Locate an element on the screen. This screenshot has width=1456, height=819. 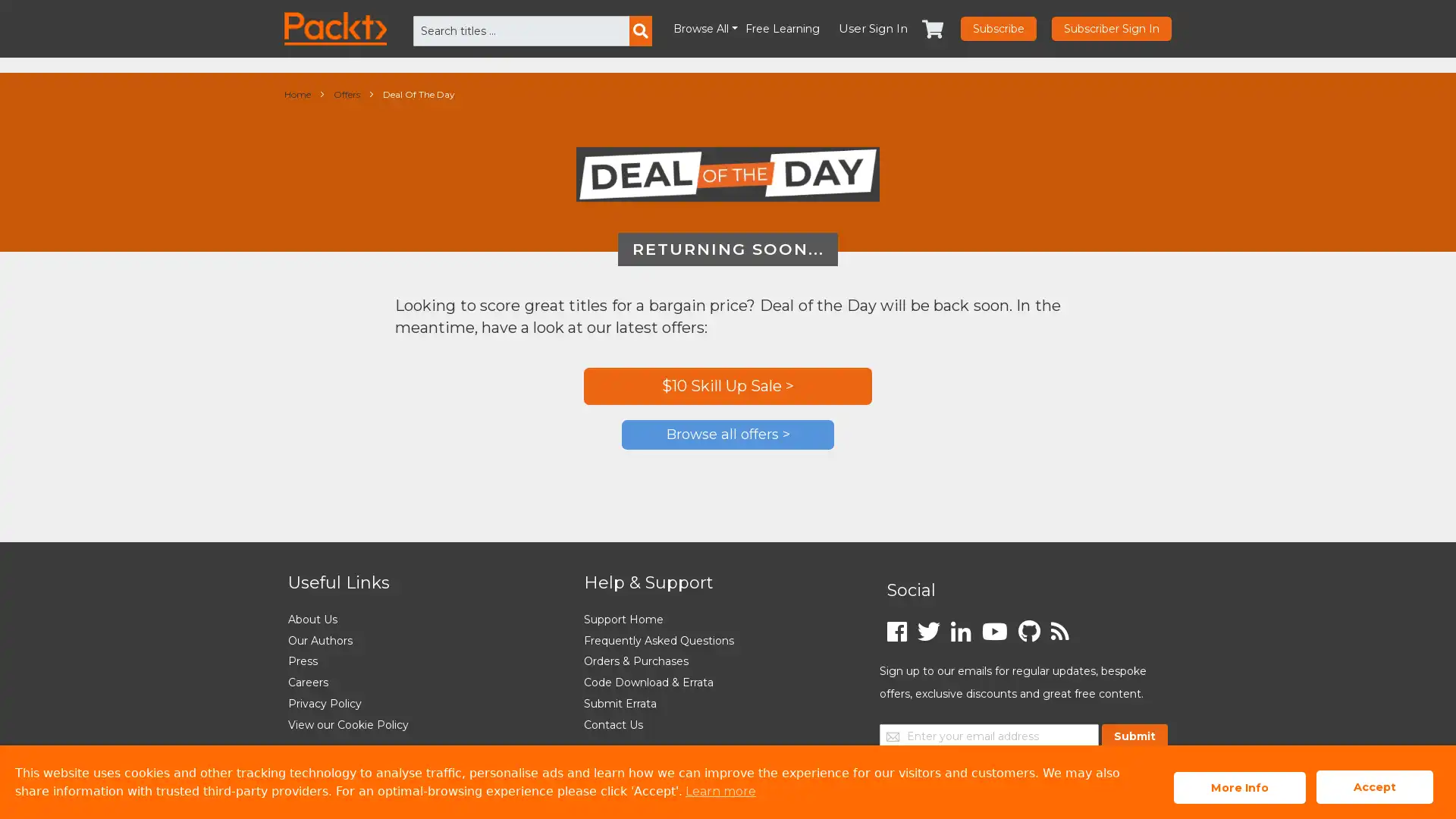
Subscribe is located at coordinates (998, 29).